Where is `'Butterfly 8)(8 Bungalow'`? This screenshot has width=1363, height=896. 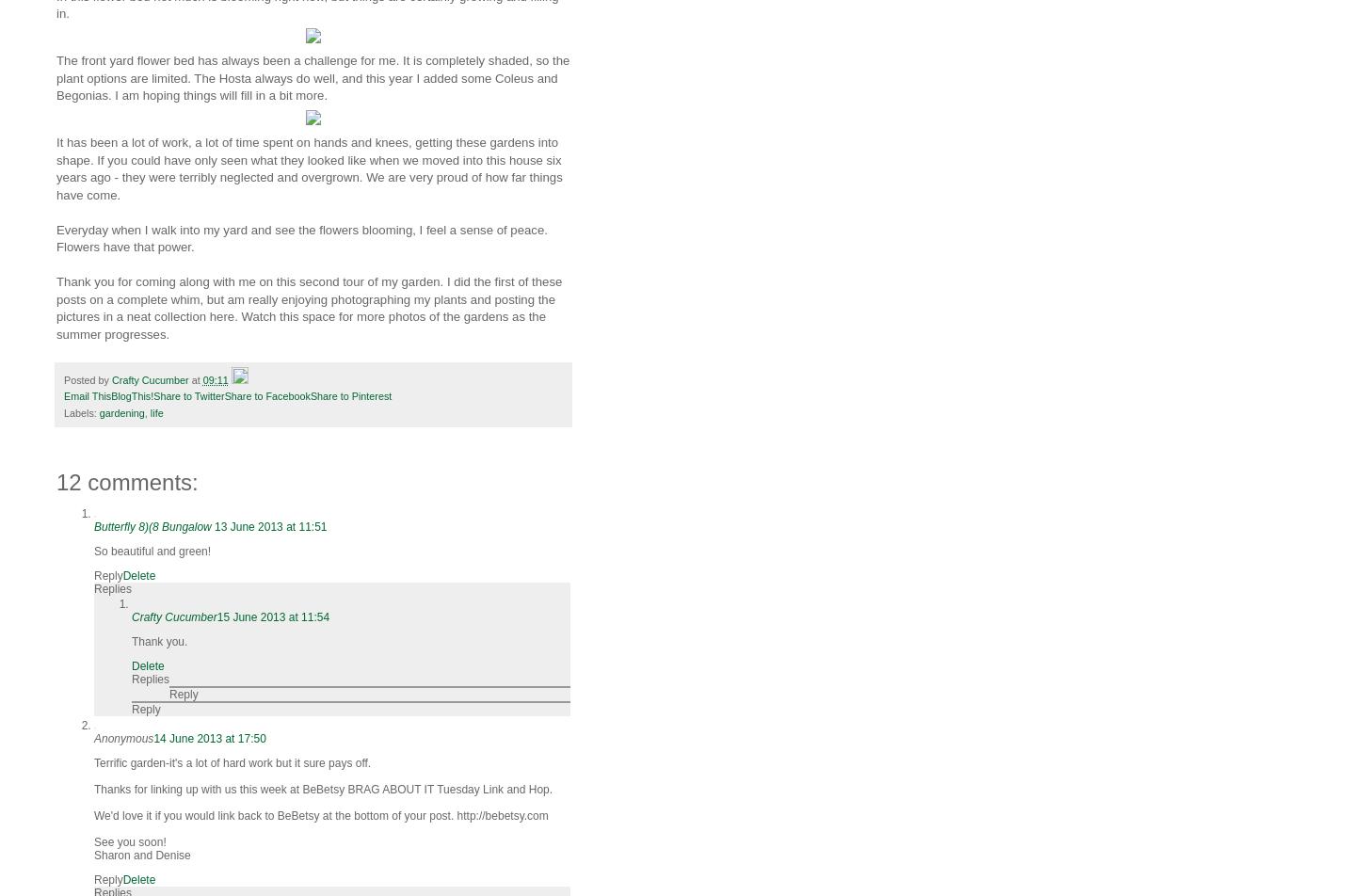
'Butterfly 8)(8 Bungalow' is located at coordinates (153, 526).